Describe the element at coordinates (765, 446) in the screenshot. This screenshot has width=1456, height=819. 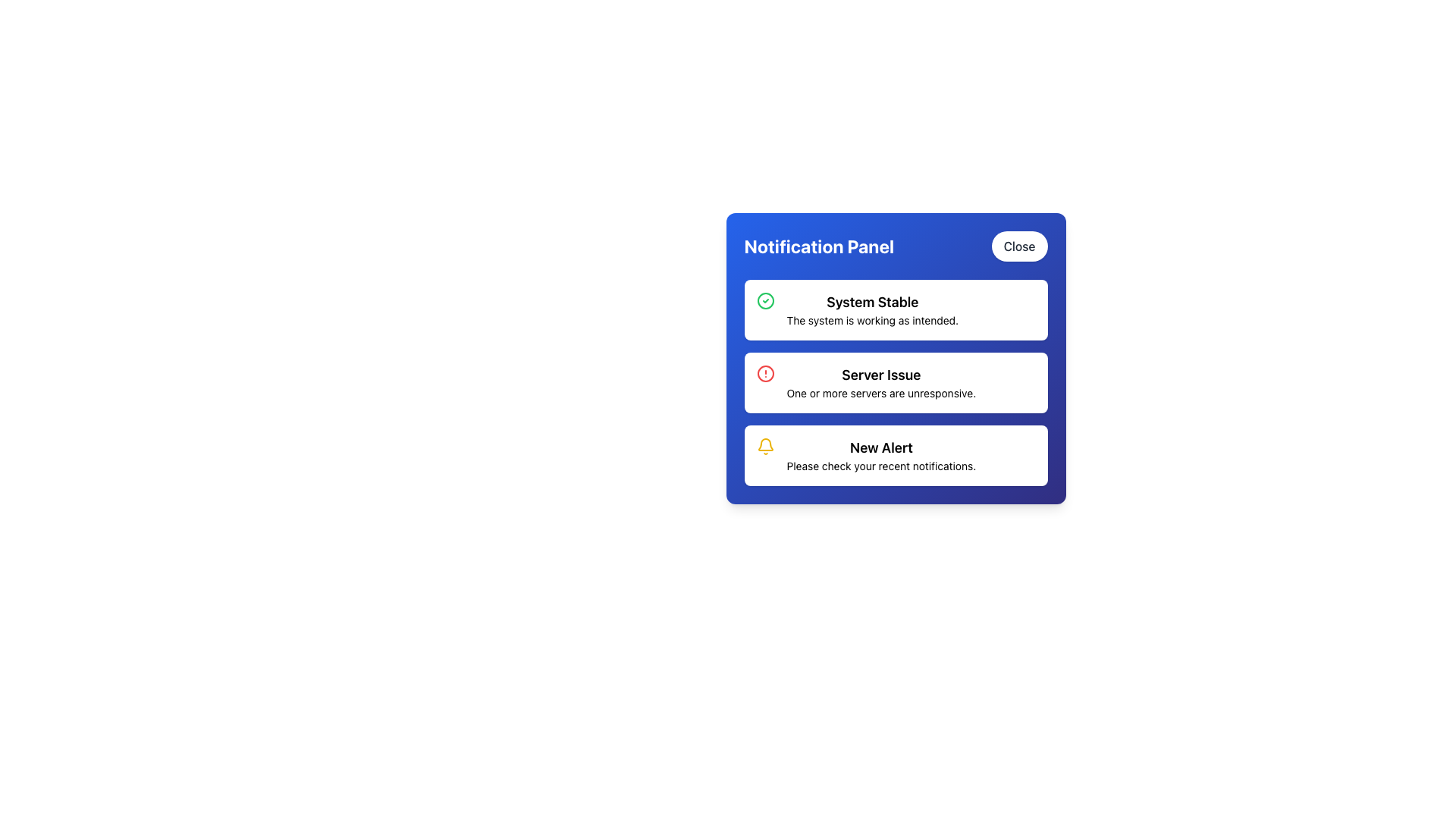
I see `the notification icon within the 'New Alert' card, located at the top left corner of the card, which represents alerts or notifications` at that location.